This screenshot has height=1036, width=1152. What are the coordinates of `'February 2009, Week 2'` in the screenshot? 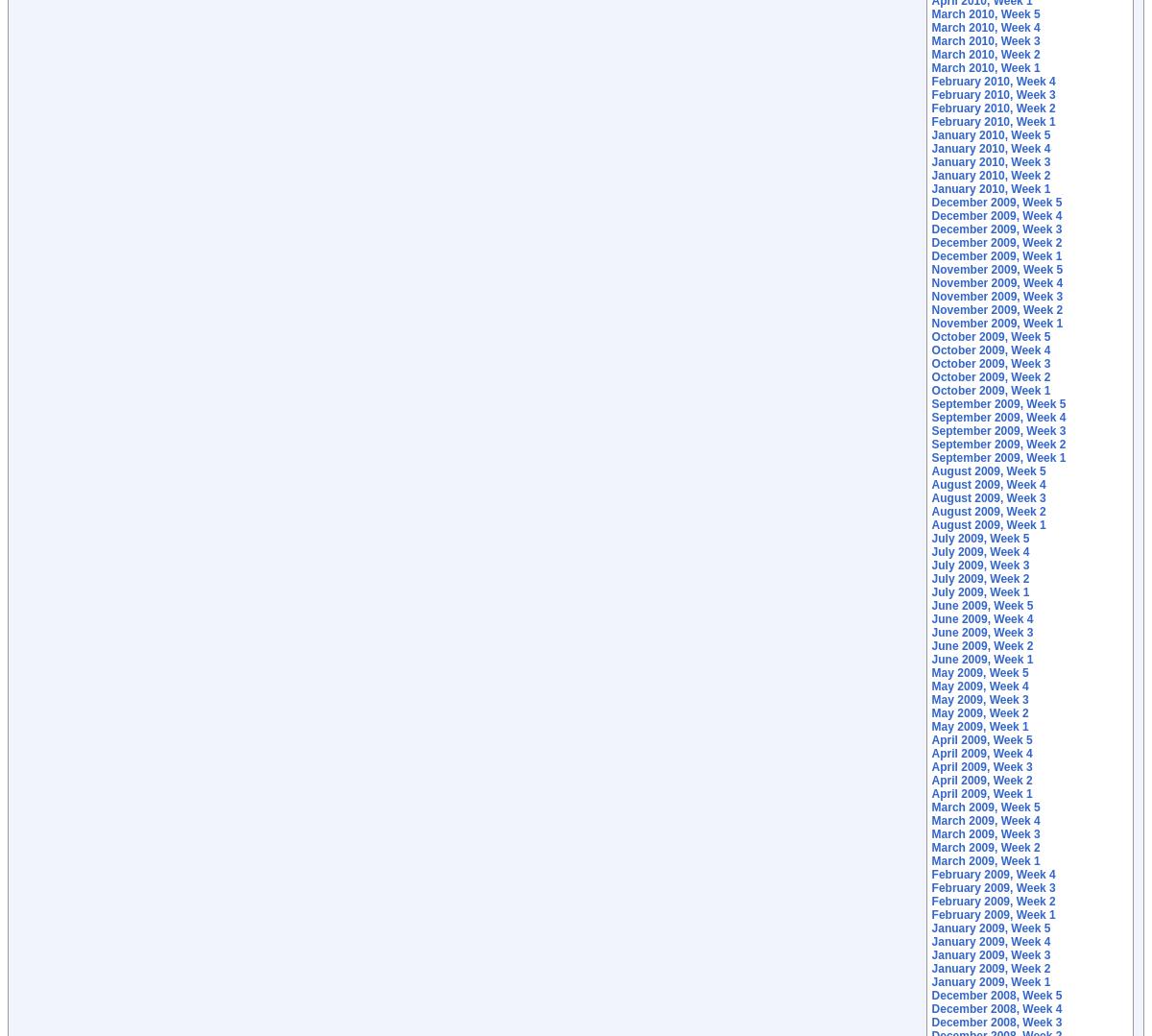 It's located at (993, 902).